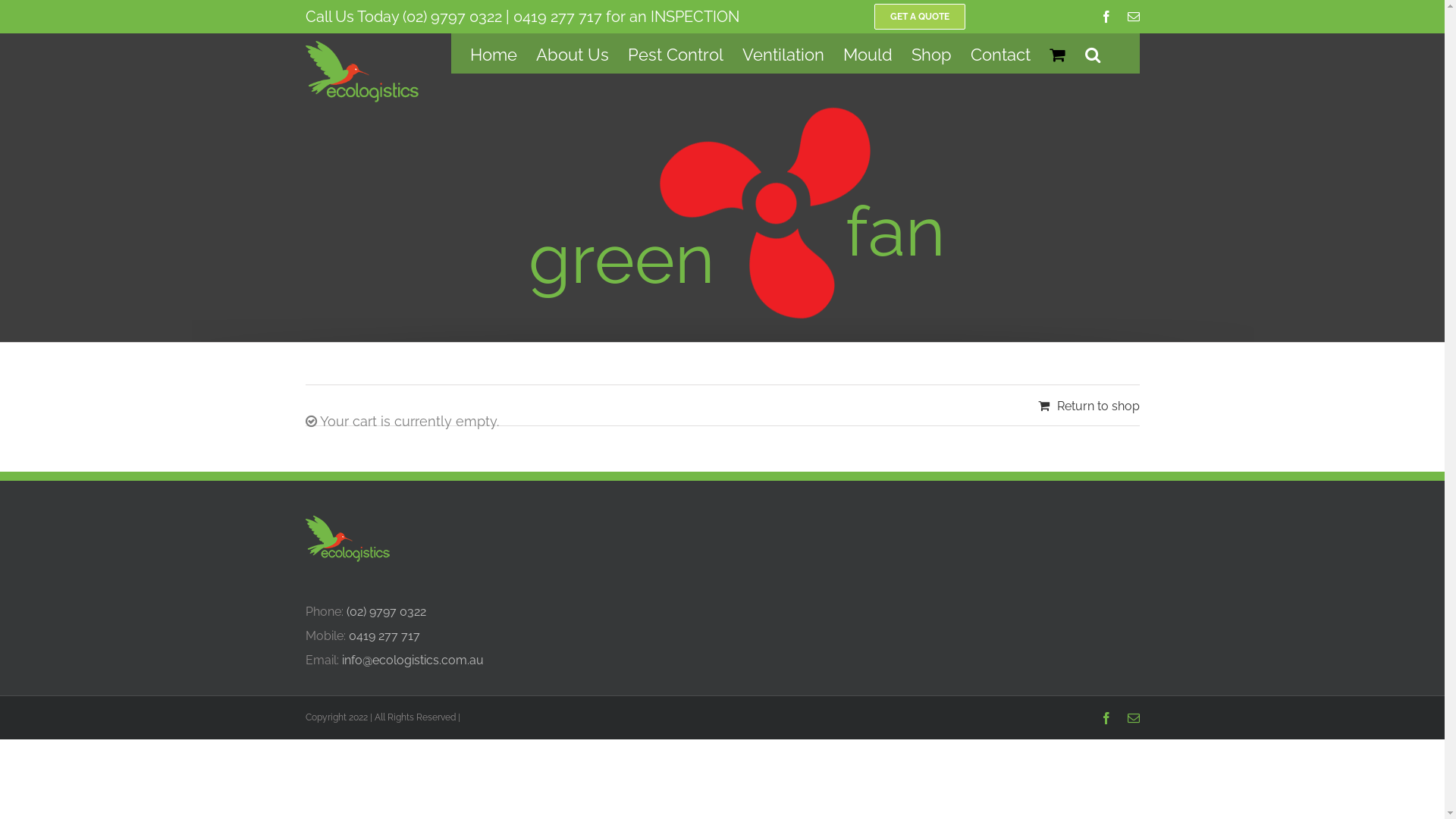 The width and height of the screenshot is (1456, 819). What do you see at coordinates (556, 17) in the screenshot?
I see `'0419 277 717'` at bounding box center [556, 17].